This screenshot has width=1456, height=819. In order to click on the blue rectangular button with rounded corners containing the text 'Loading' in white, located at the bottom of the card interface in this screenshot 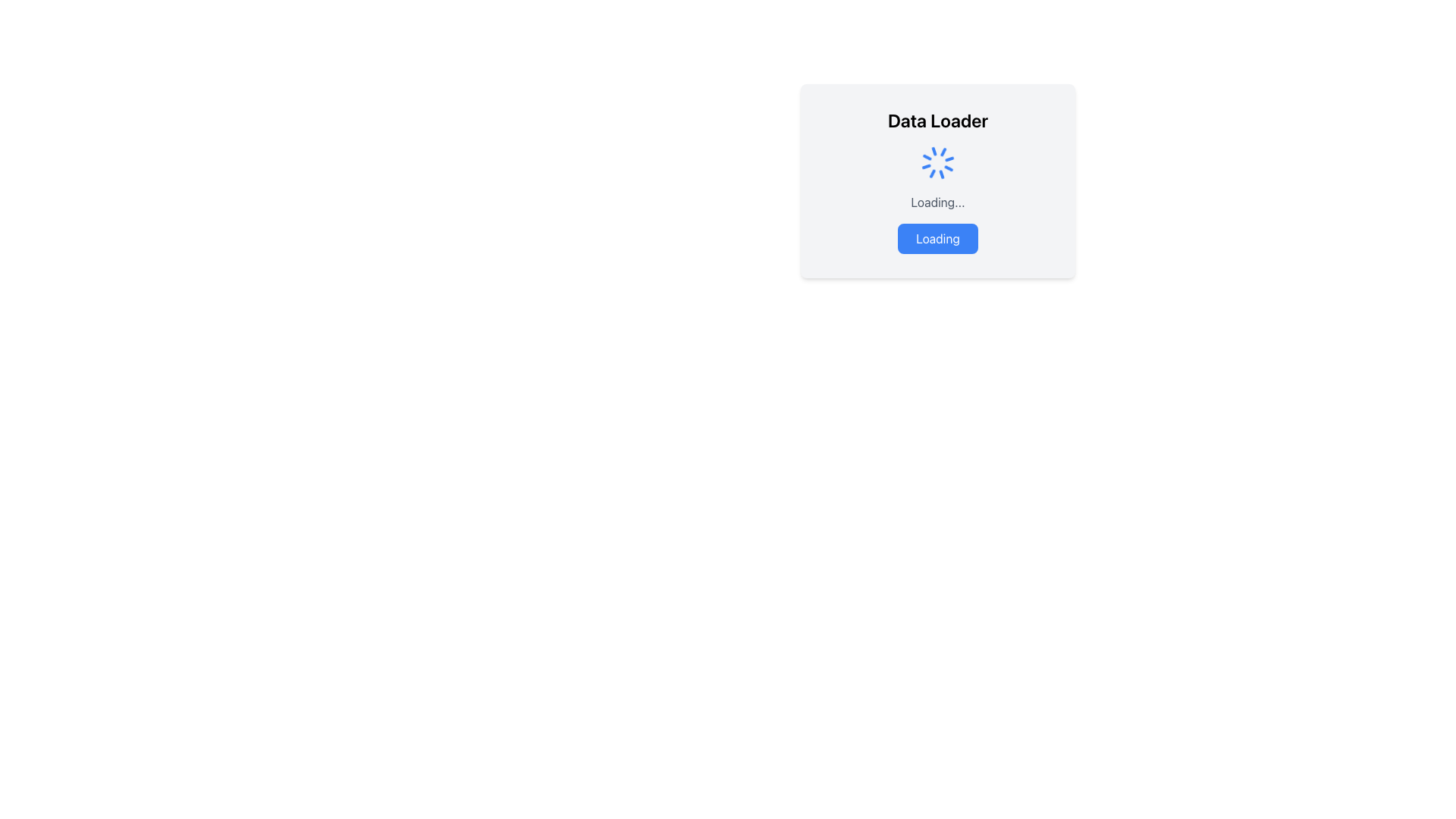, I will do `click(937, 239)`.